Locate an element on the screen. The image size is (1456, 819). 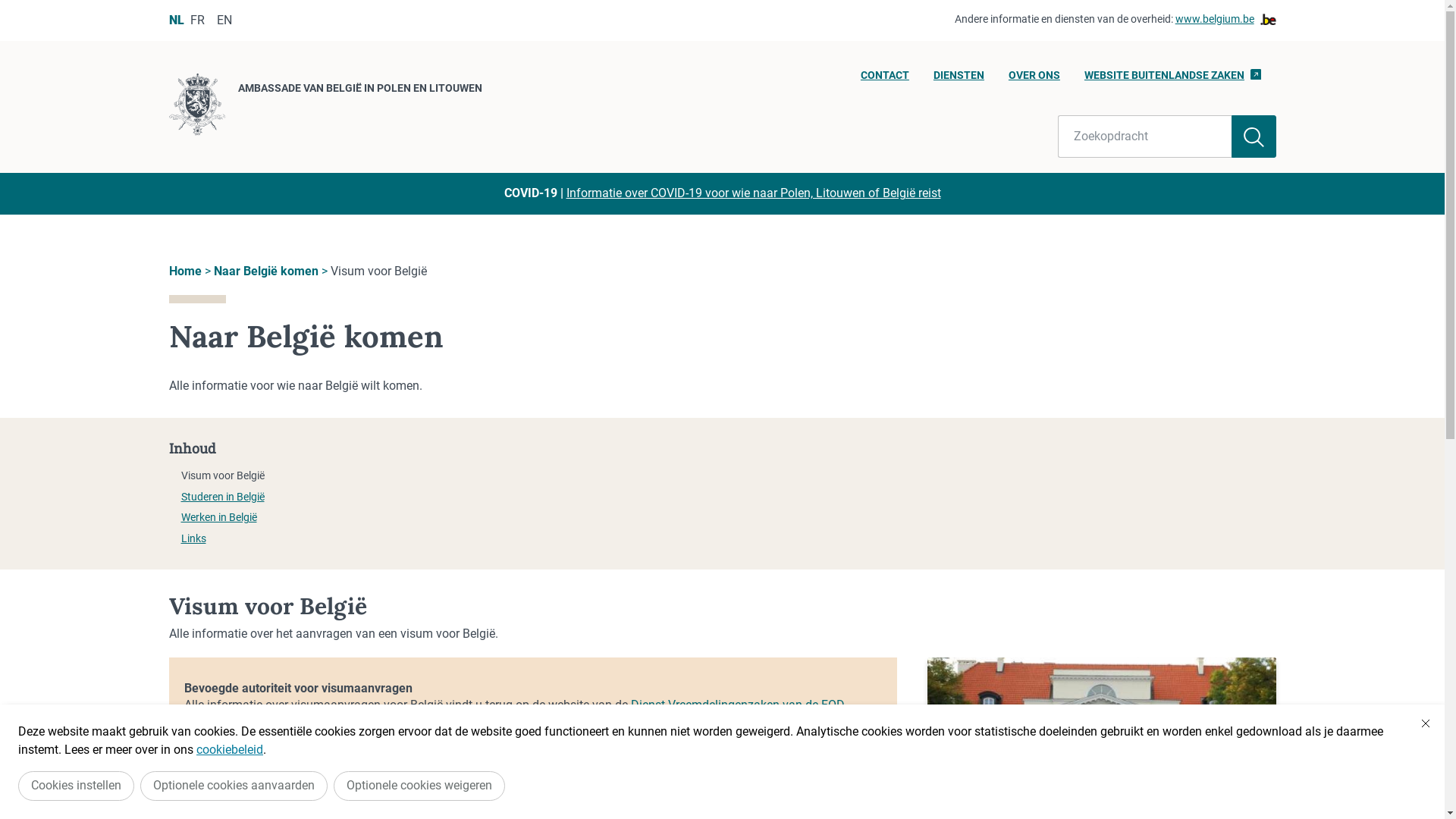
'Links' is located at coordinates (180, 537).